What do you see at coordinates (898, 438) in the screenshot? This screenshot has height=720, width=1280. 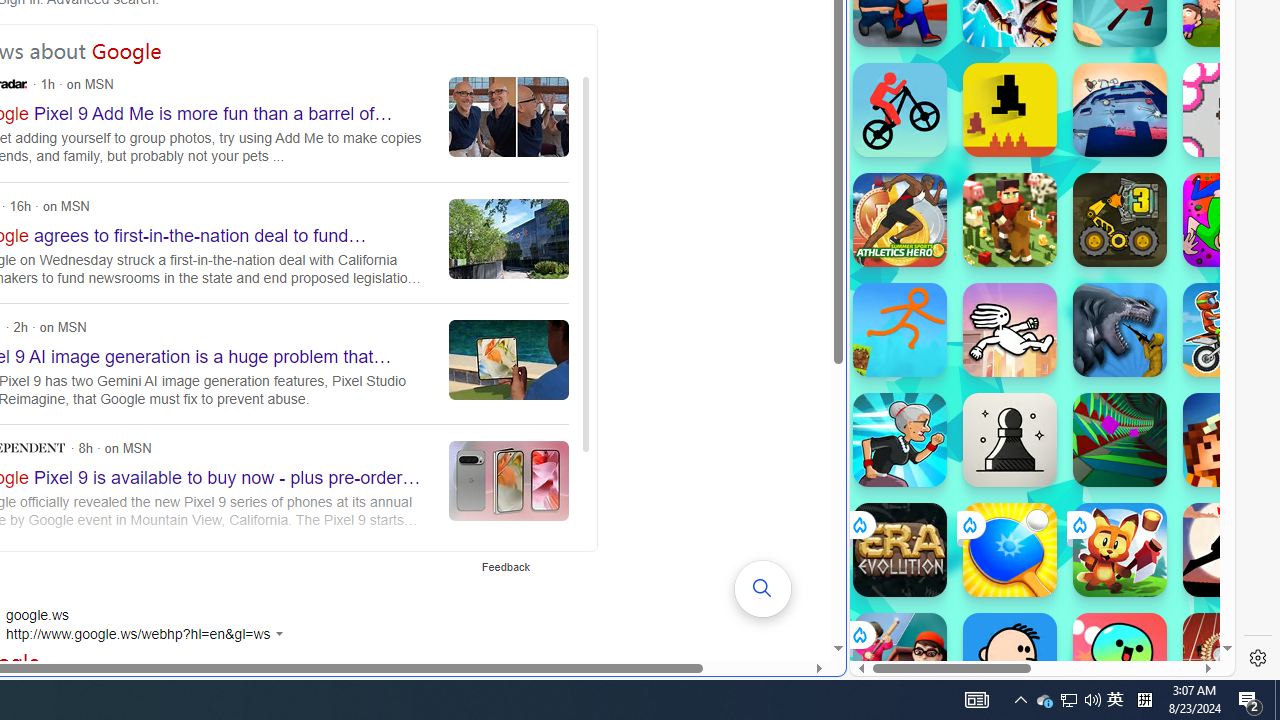 I see `'Angry Gran Run Angry Gran Run'` at bounding box center [898, 438].